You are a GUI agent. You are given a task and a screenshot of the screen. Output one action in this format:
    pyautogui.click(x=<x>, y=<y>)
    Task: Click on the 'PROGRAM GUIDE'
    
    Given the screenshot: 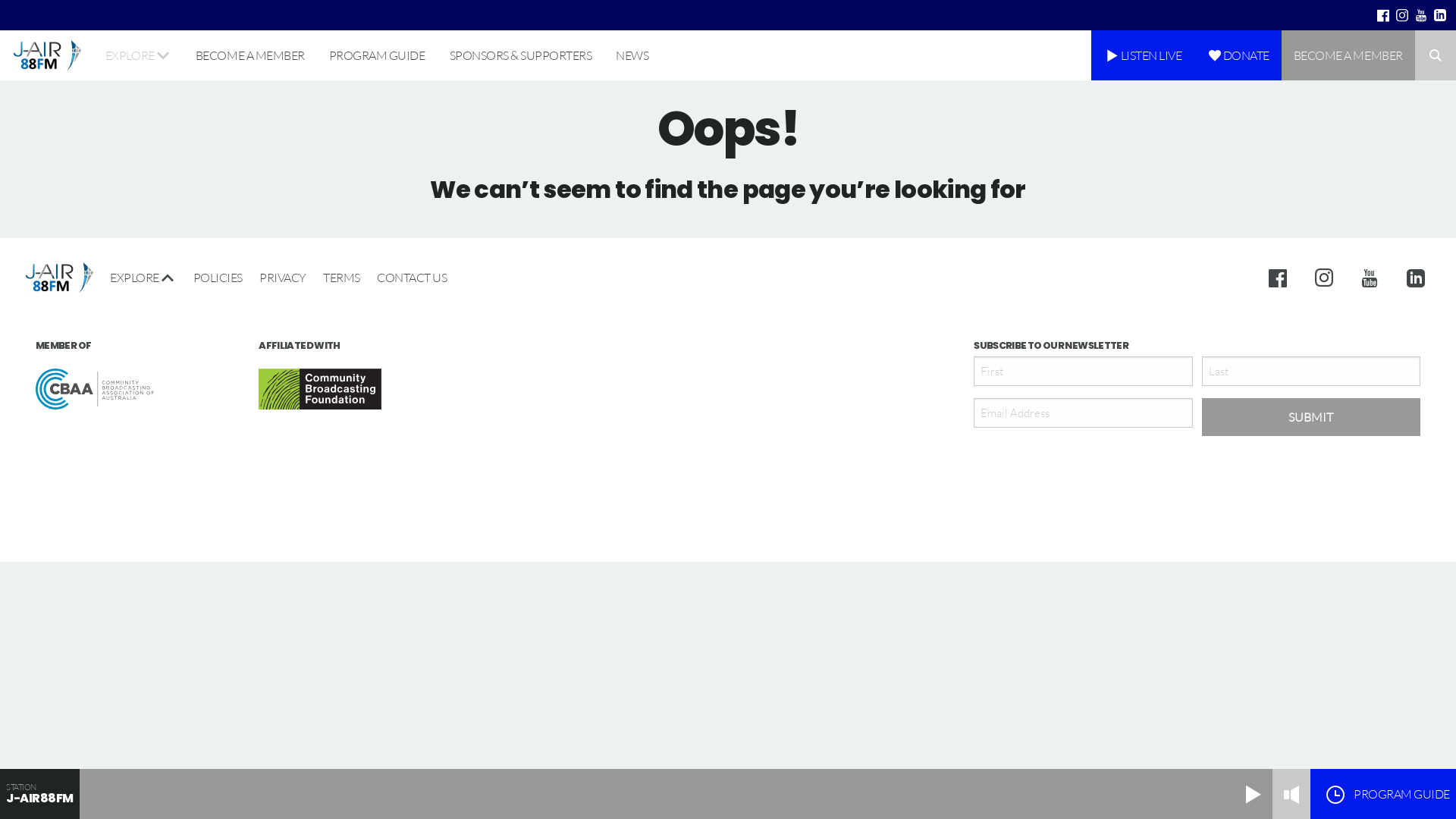 What is the action you would take?
    pyautogui.click(x=377, y=55)
    